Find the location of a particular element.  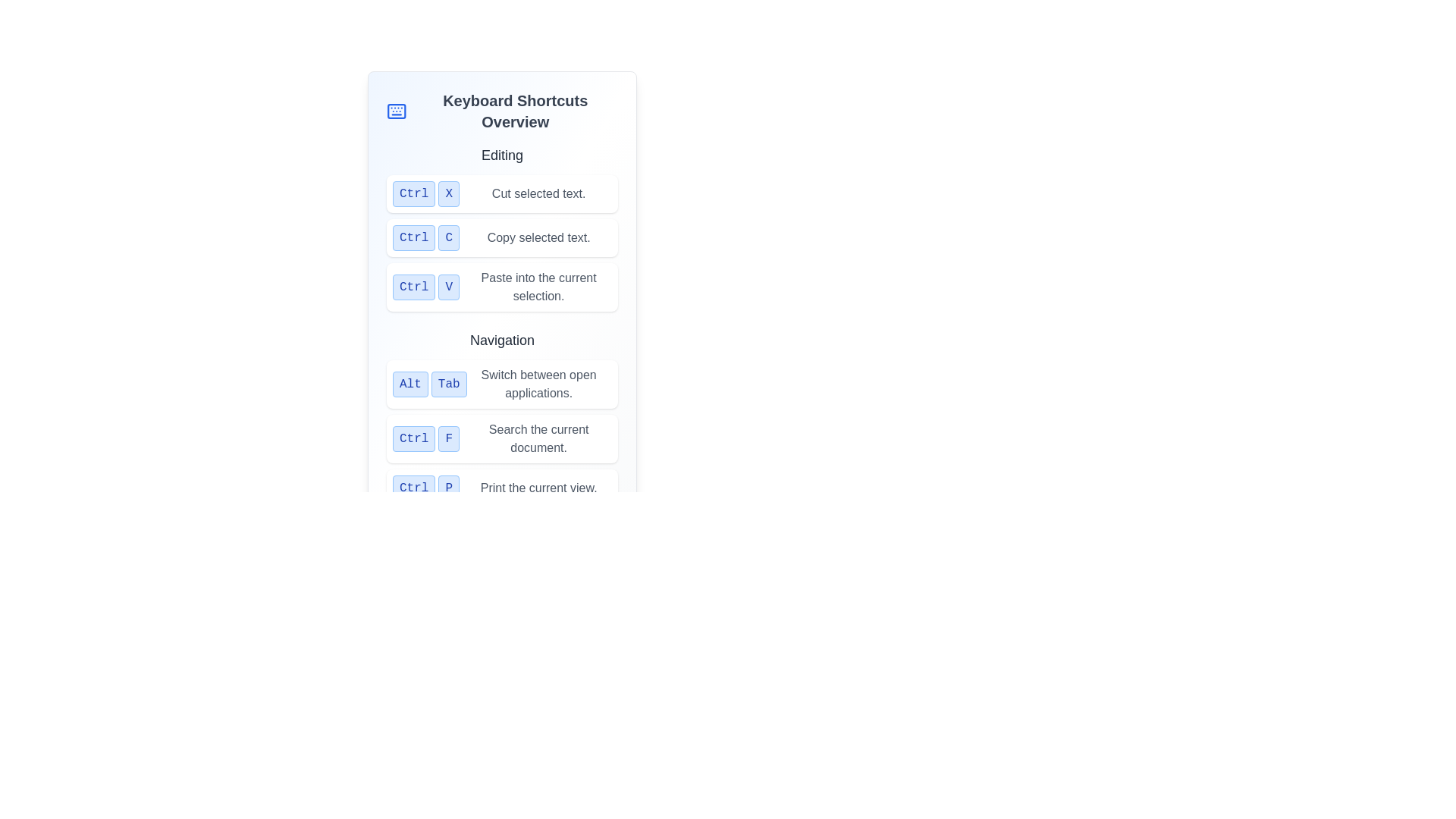

the text label displaying 'Cut selected text.' which is aligned with the shortcut keys 'Ctrl+X' in the Editing section is located at coordinates (538, 193).